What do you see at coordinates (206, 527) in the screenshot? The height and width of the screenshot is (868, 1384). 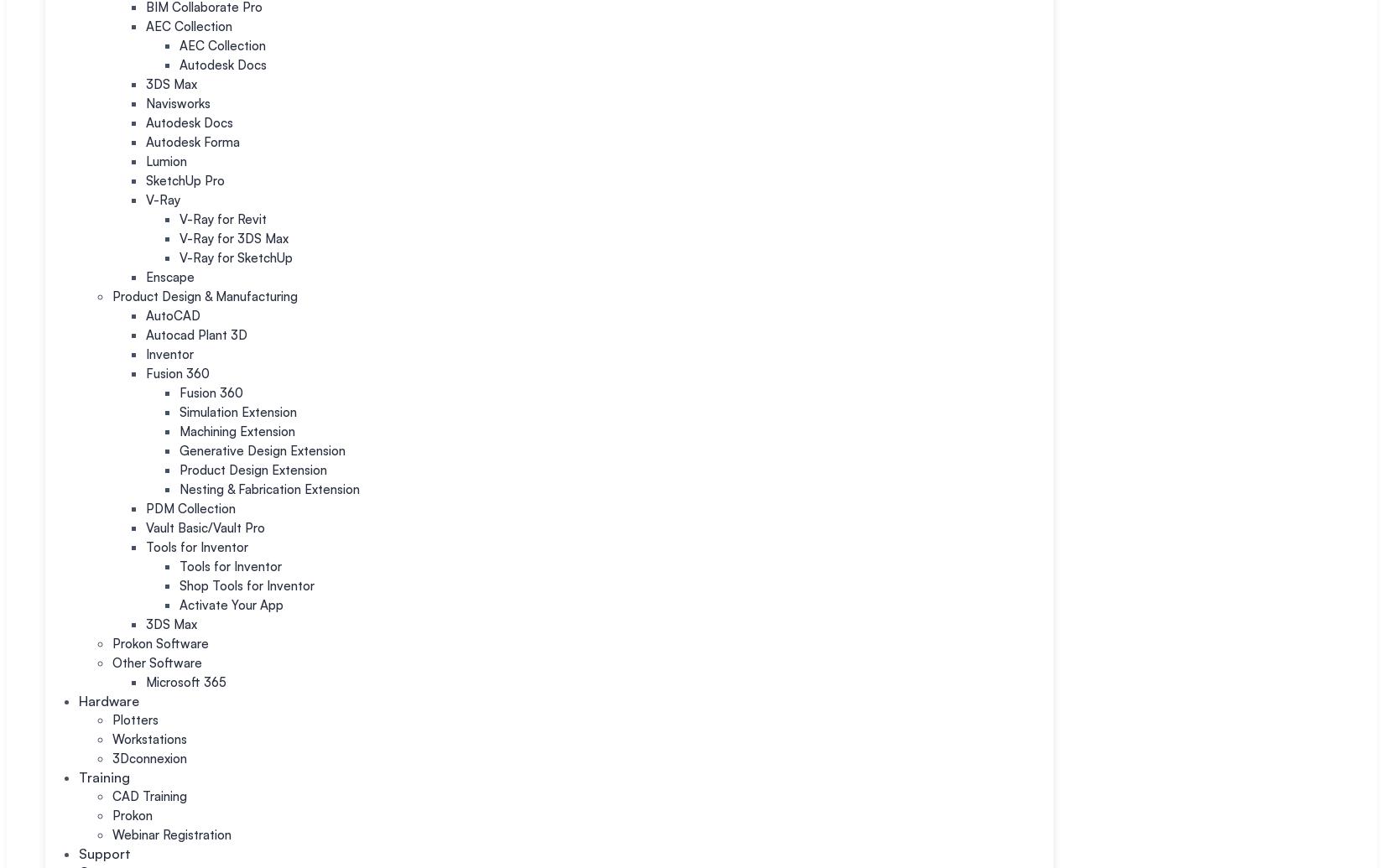 I see `'Vault Basic/Vault Pro'` at bounding box center [206, 527].